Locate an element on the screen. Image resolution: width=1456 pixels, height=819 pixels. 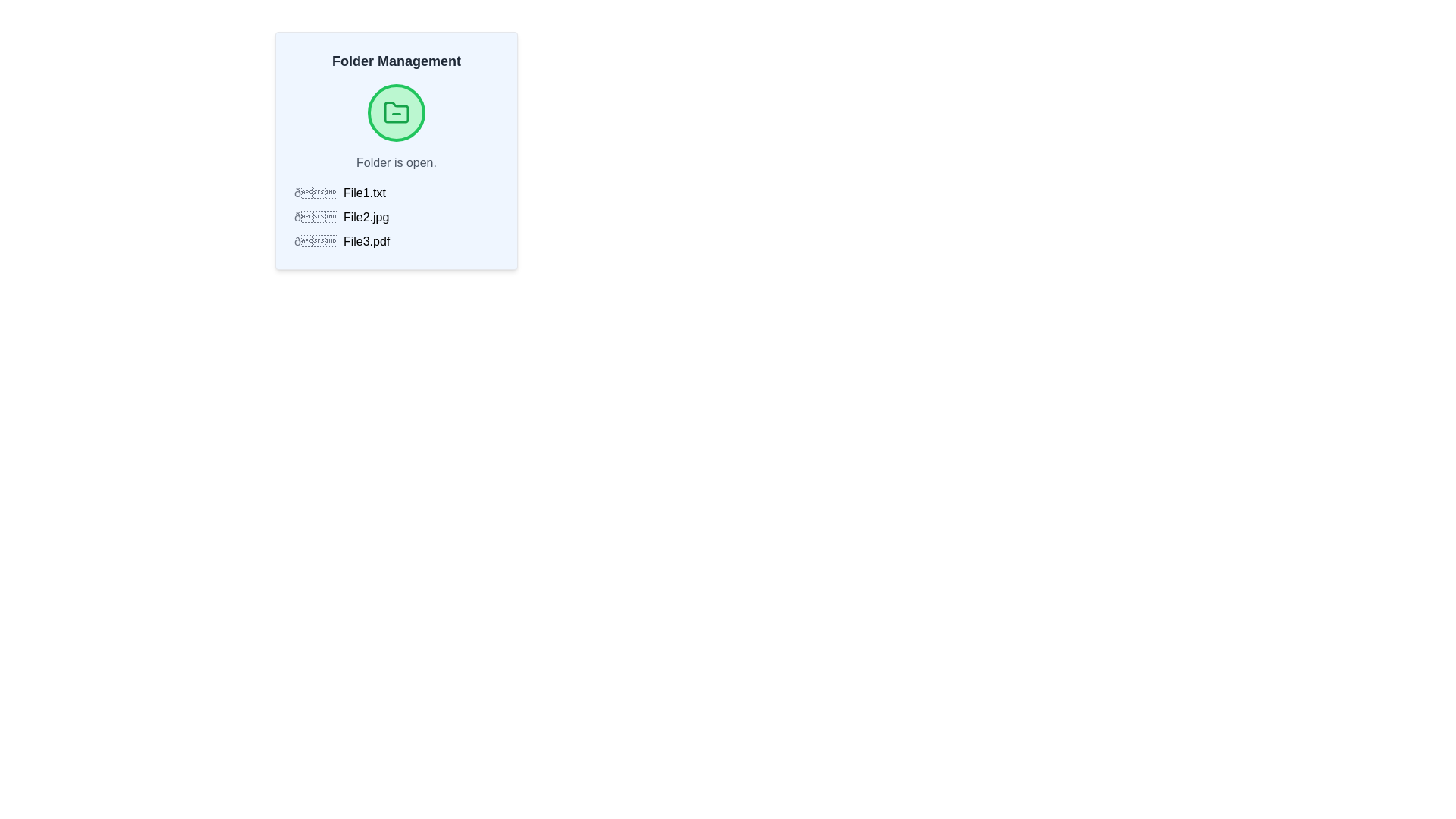
the static text that displays 'Folder is open.' located in the center of a light blue card layout, positioned below a green folder icon is located at coordinates (397, 163).